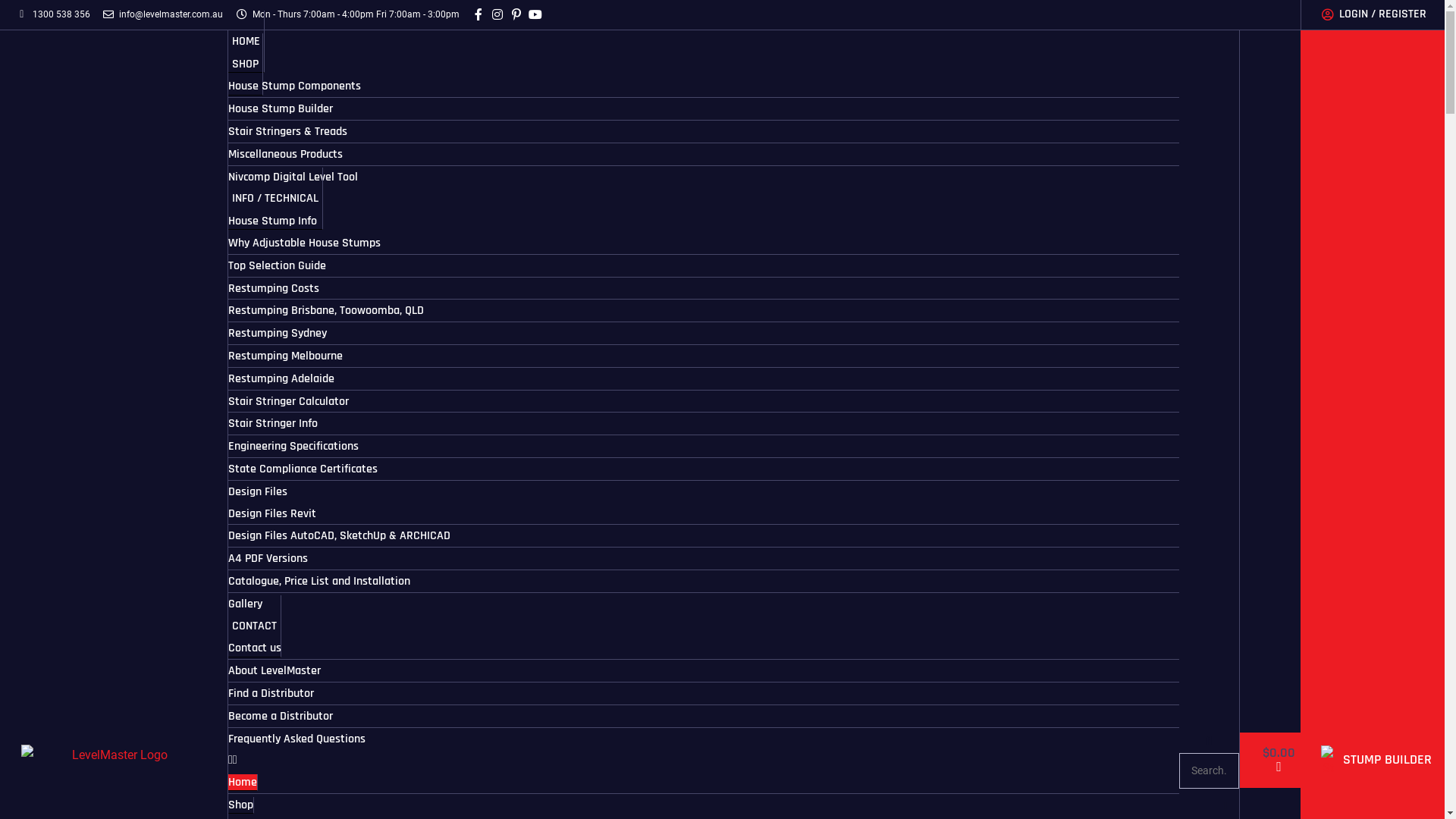 The image size is (1456, 819). What do you see at coordinates (293, 176) in the screenshot?
I see `'Nivcomp Digital Level Tool'` at bounding box center [293, 176].